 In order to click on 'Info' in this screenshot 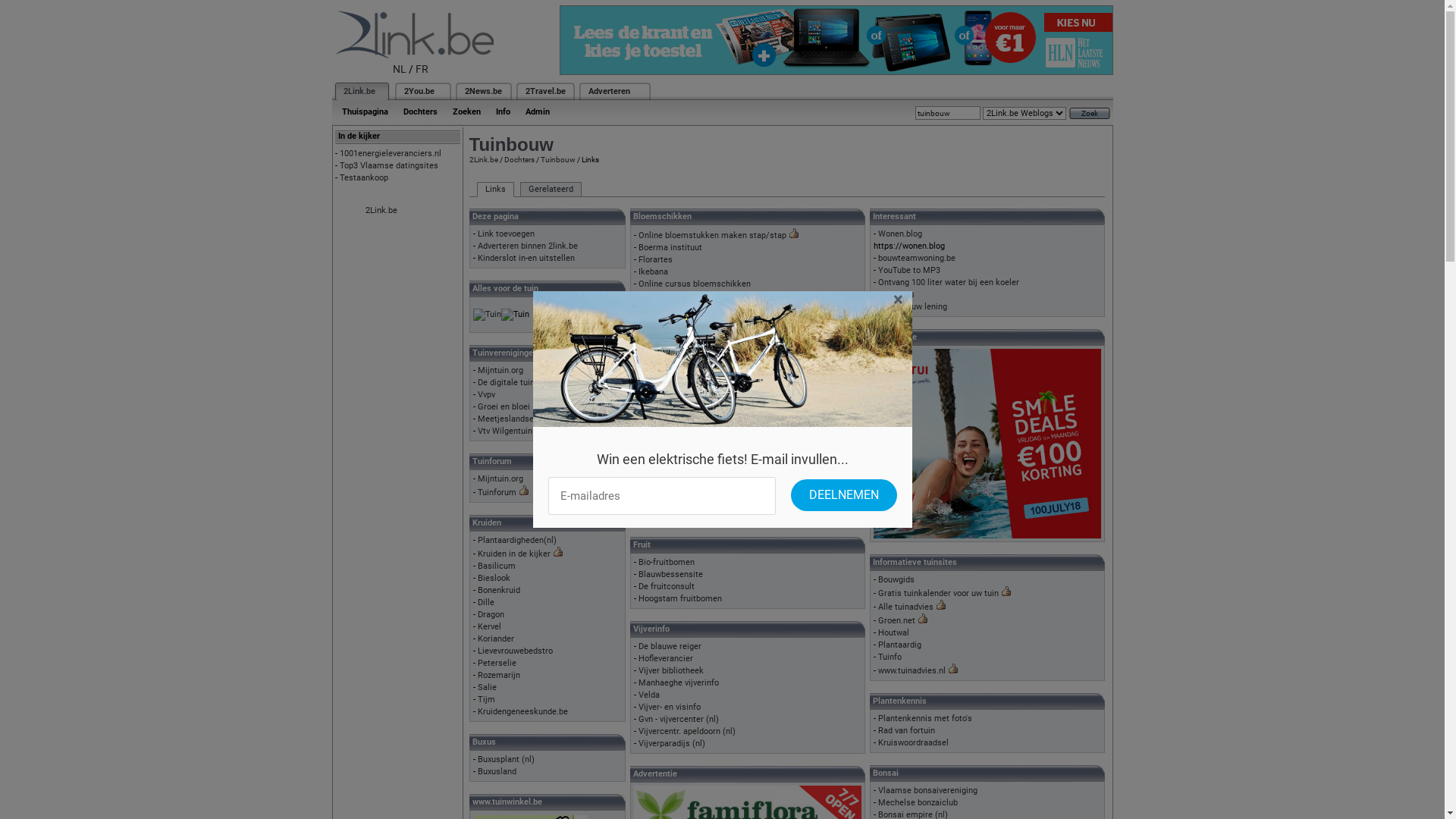, I will do `click(503, 111)`.